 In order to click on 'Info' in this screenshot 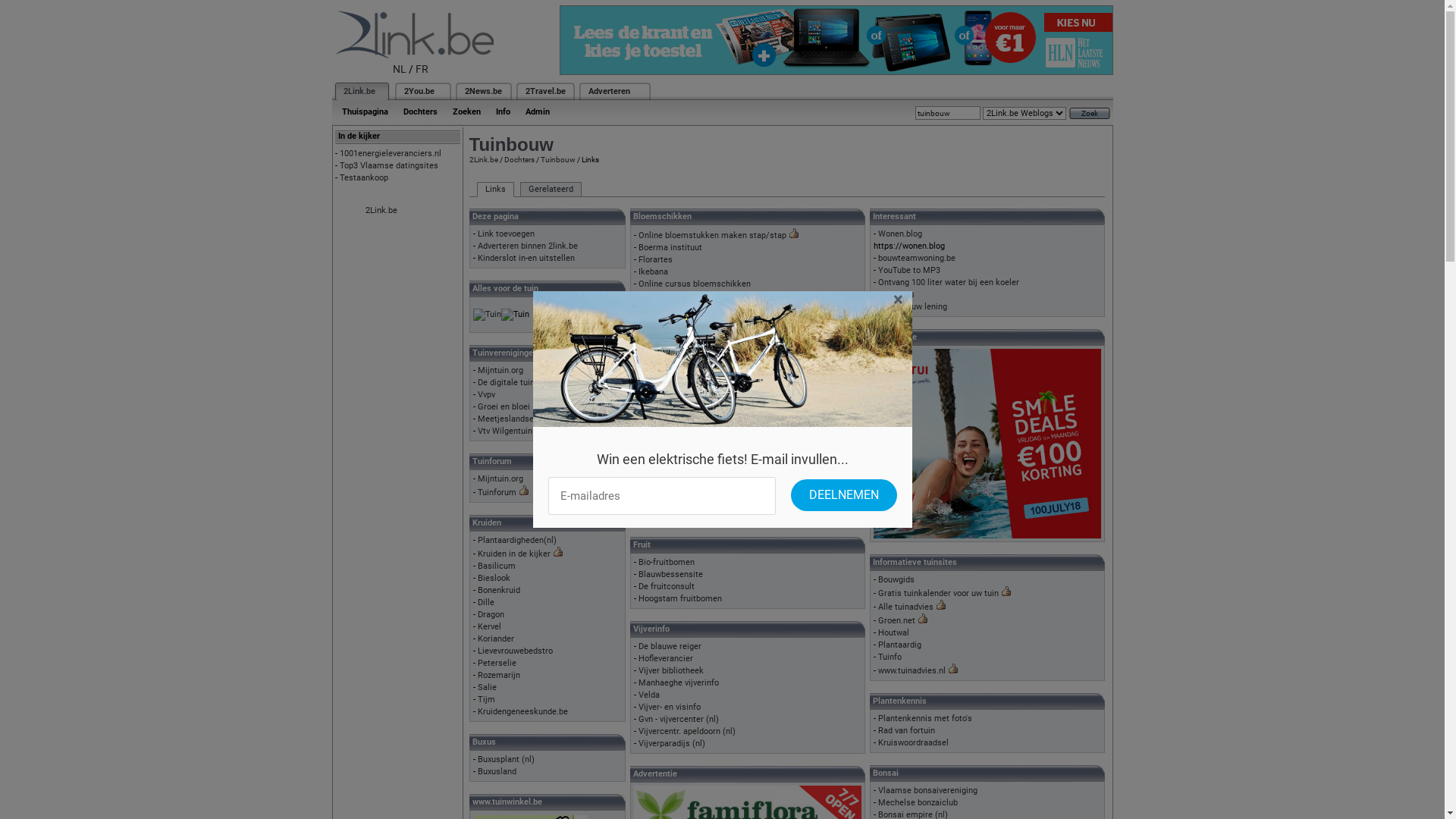, I will do `click(503, 111)`.